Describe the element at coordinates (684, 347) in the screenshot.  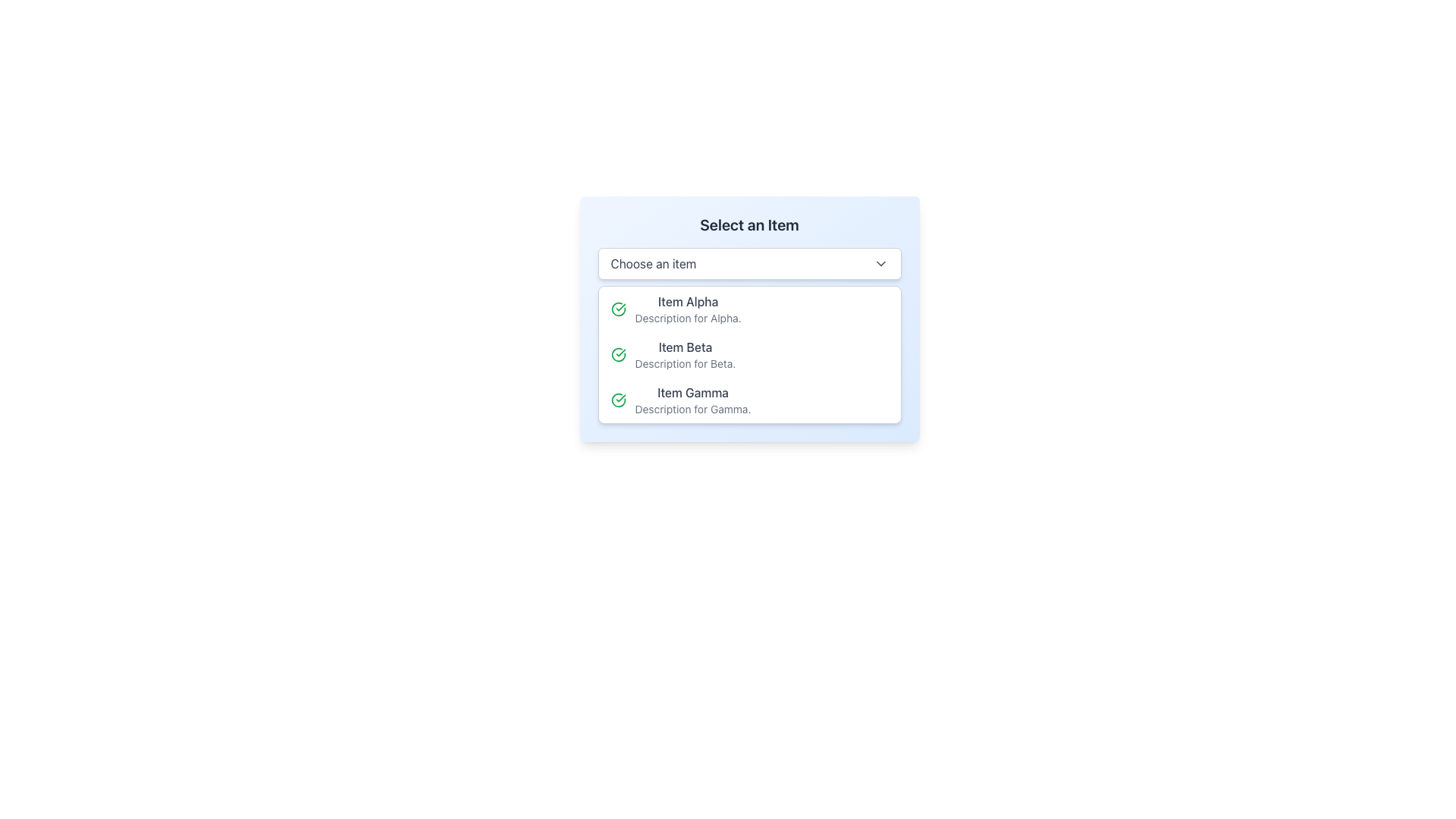
I see `the static text label displaying 'Item Beta', which is styled as a subtitle in gray and positioned above the description text 'Description for Beta'` at that location.